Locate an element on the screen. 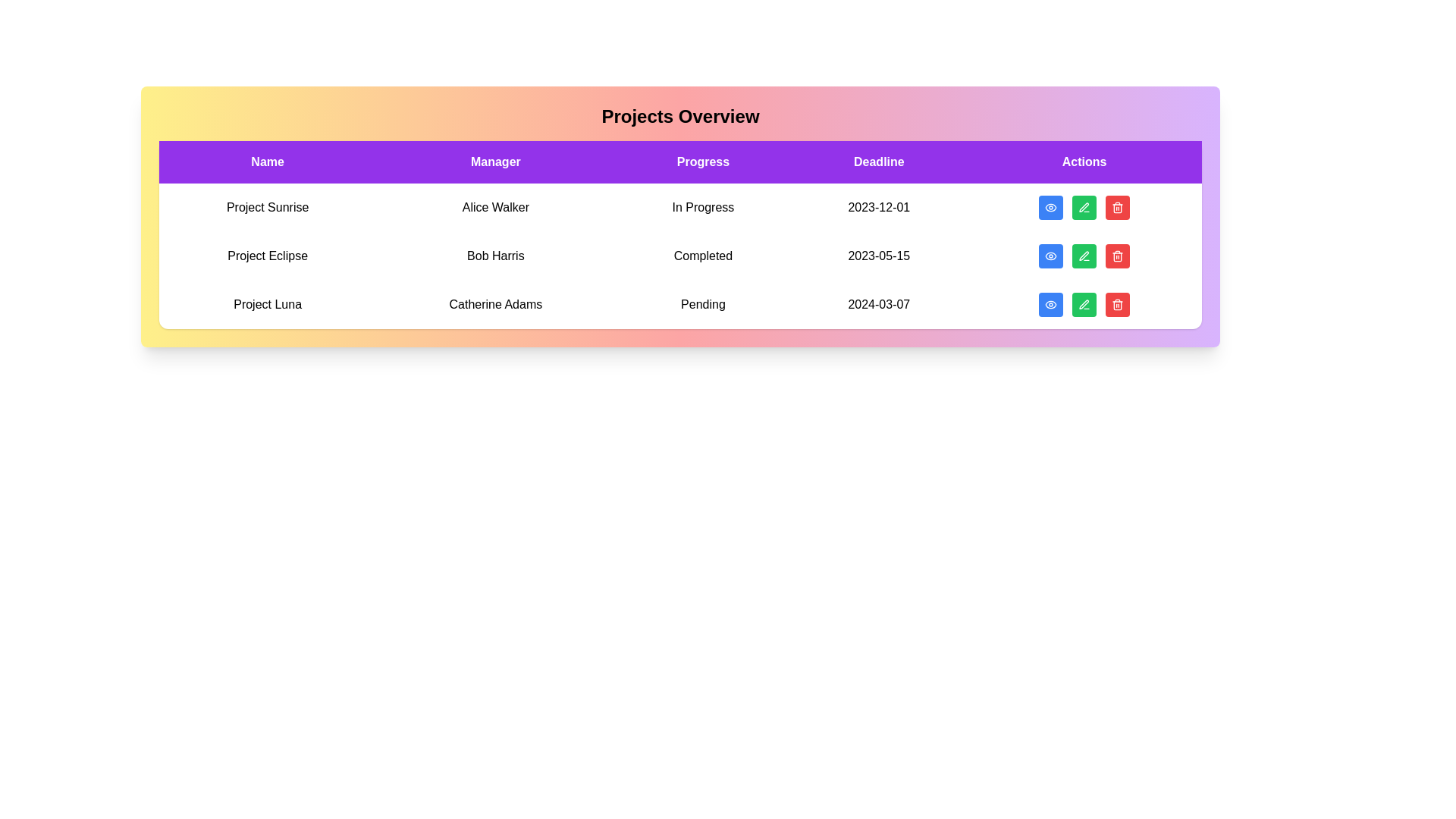 This screenshot has width=1456, height=819. edit button for the project identified by Project Luna is located at coordinates (1084, 304).